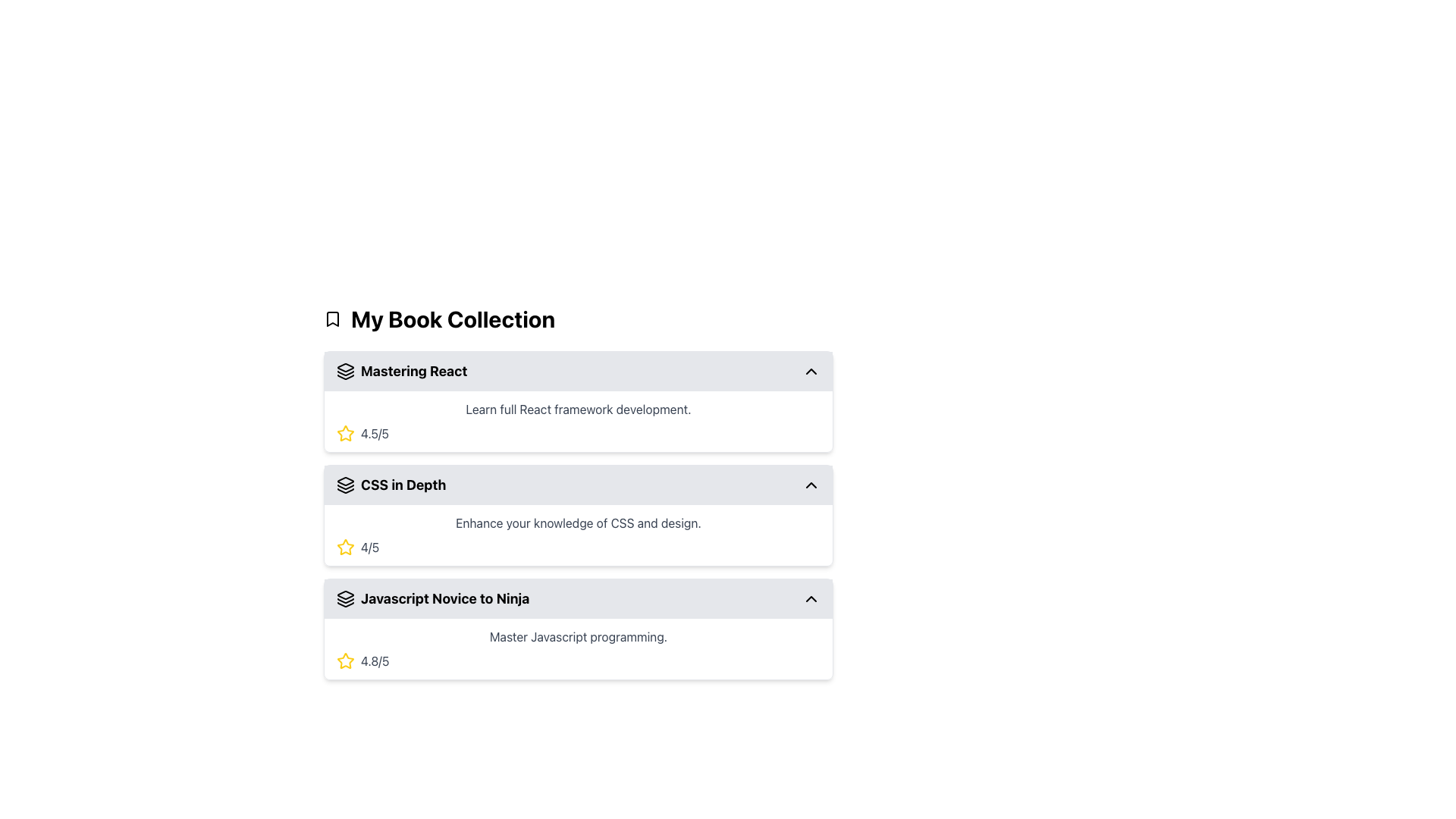 The image size is (1456, 819). What do you see at coordinates (375, 433) in the screenshot?
I see `the Text Label displaying the average user rating for the item titled 'Mastering React', located below the title and to the right of the yellow star icon, to understand its context in relation to ratings` at bounding box center [375, 433].